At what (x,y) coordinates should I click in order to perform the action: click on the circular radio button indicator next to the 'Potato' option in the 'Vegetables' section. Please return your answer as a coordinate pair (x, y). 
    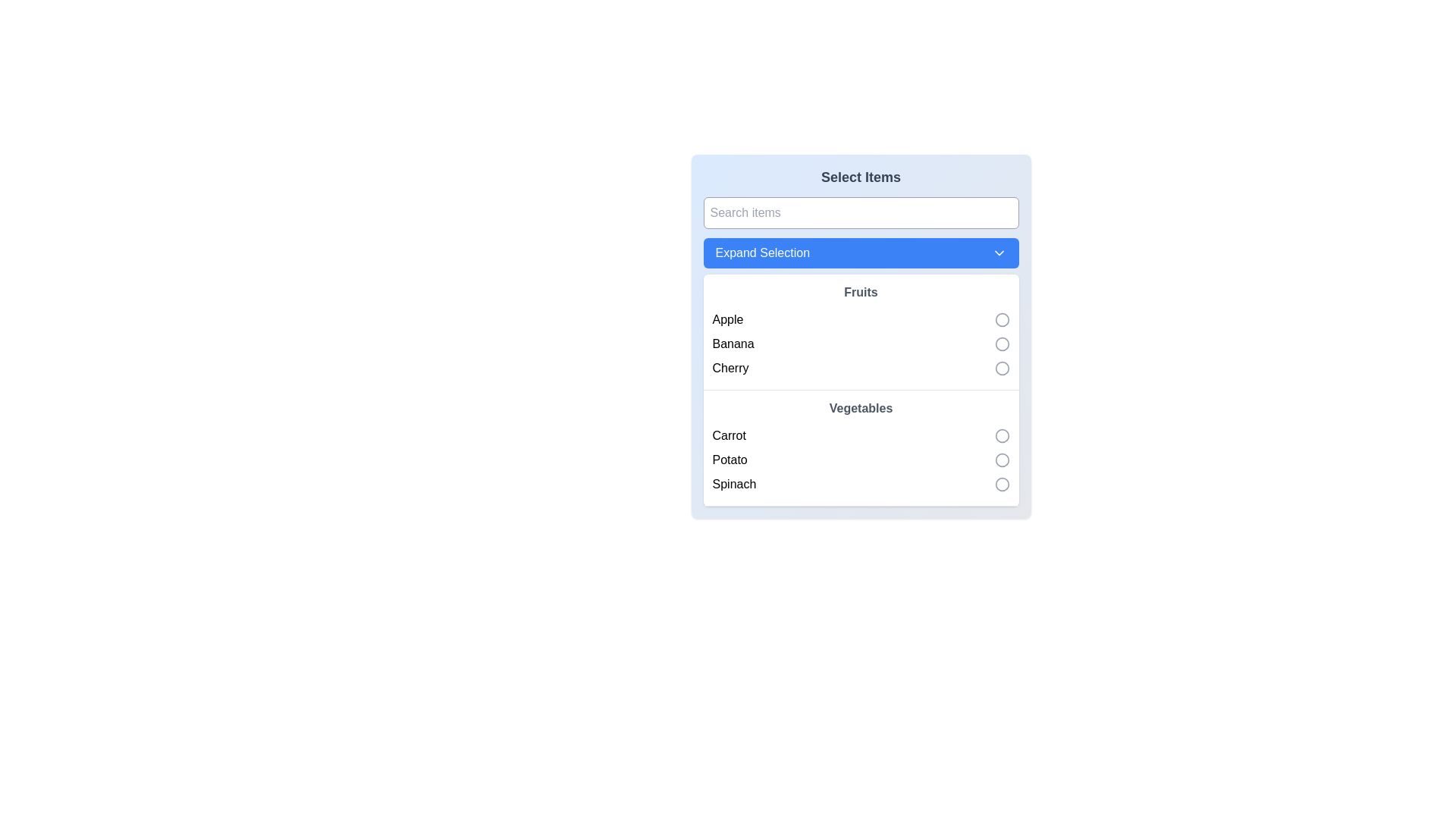
    Looking at the image, I should click on (1002, 459).